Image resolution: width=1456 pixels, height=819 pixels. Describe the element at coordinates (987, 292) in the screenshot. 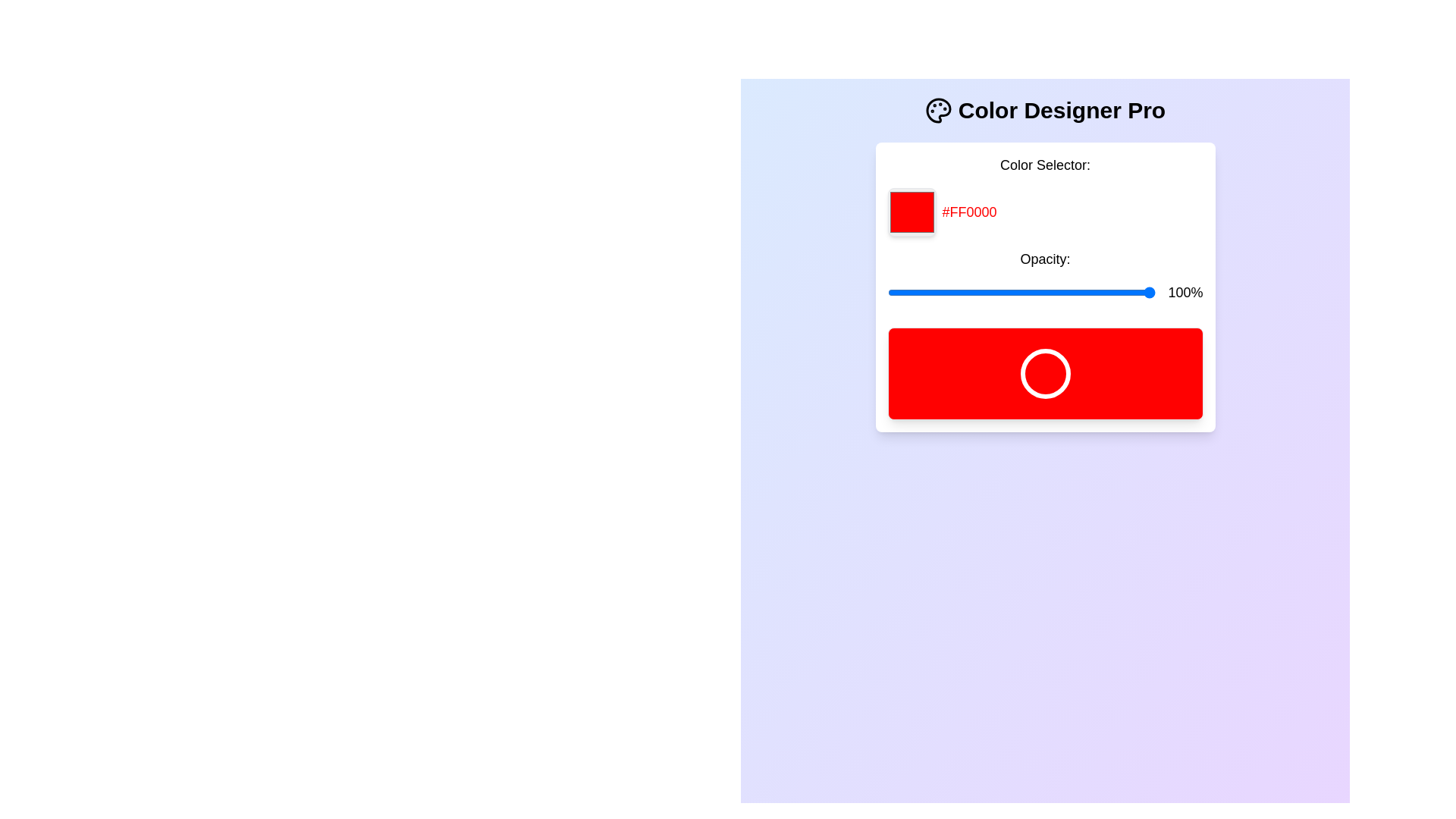

I see `opacity` at that location.